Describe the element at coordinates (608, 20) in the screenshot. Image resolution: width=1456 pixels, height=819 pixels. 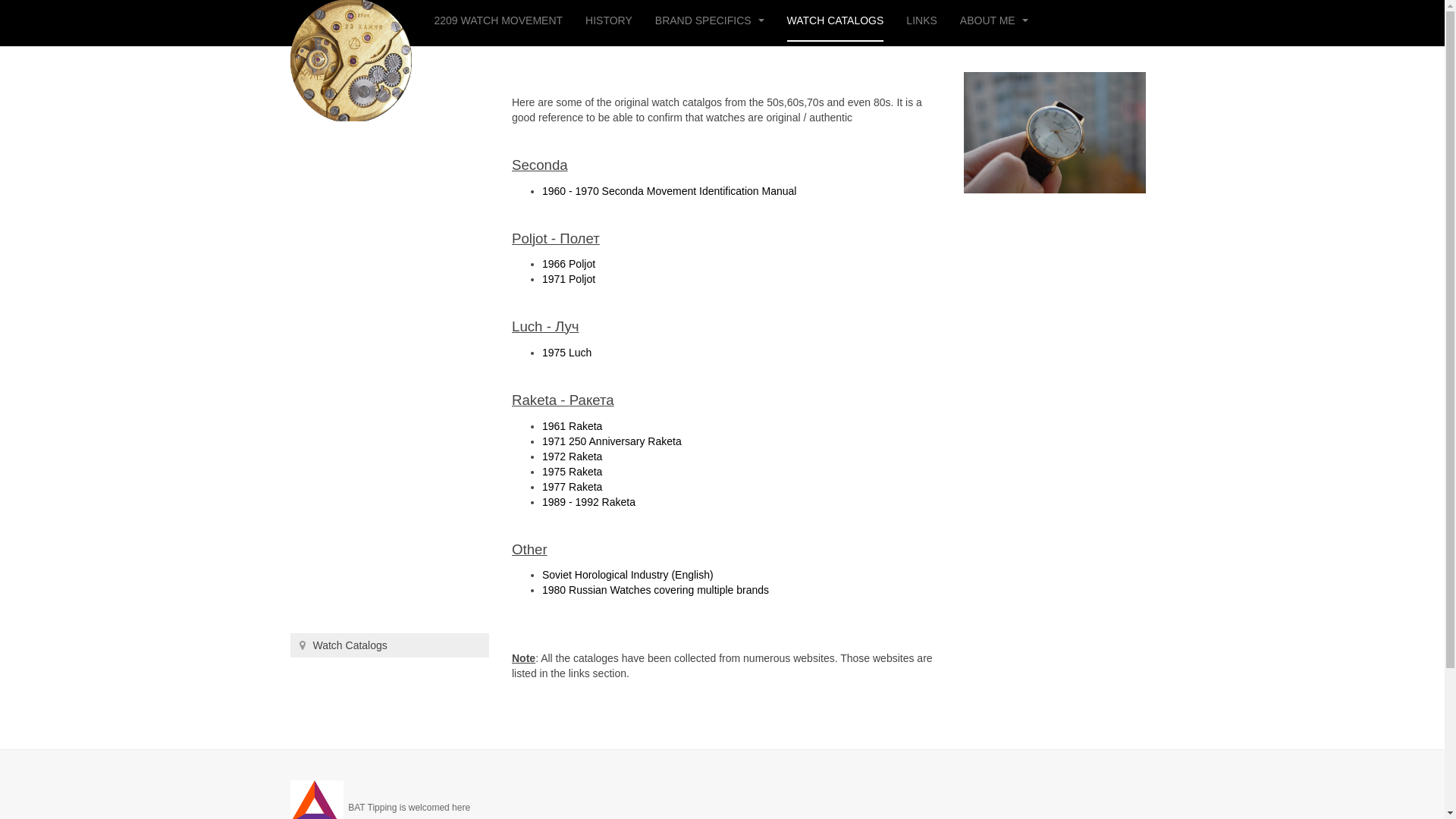
I see `'HISTORY'` at that location.